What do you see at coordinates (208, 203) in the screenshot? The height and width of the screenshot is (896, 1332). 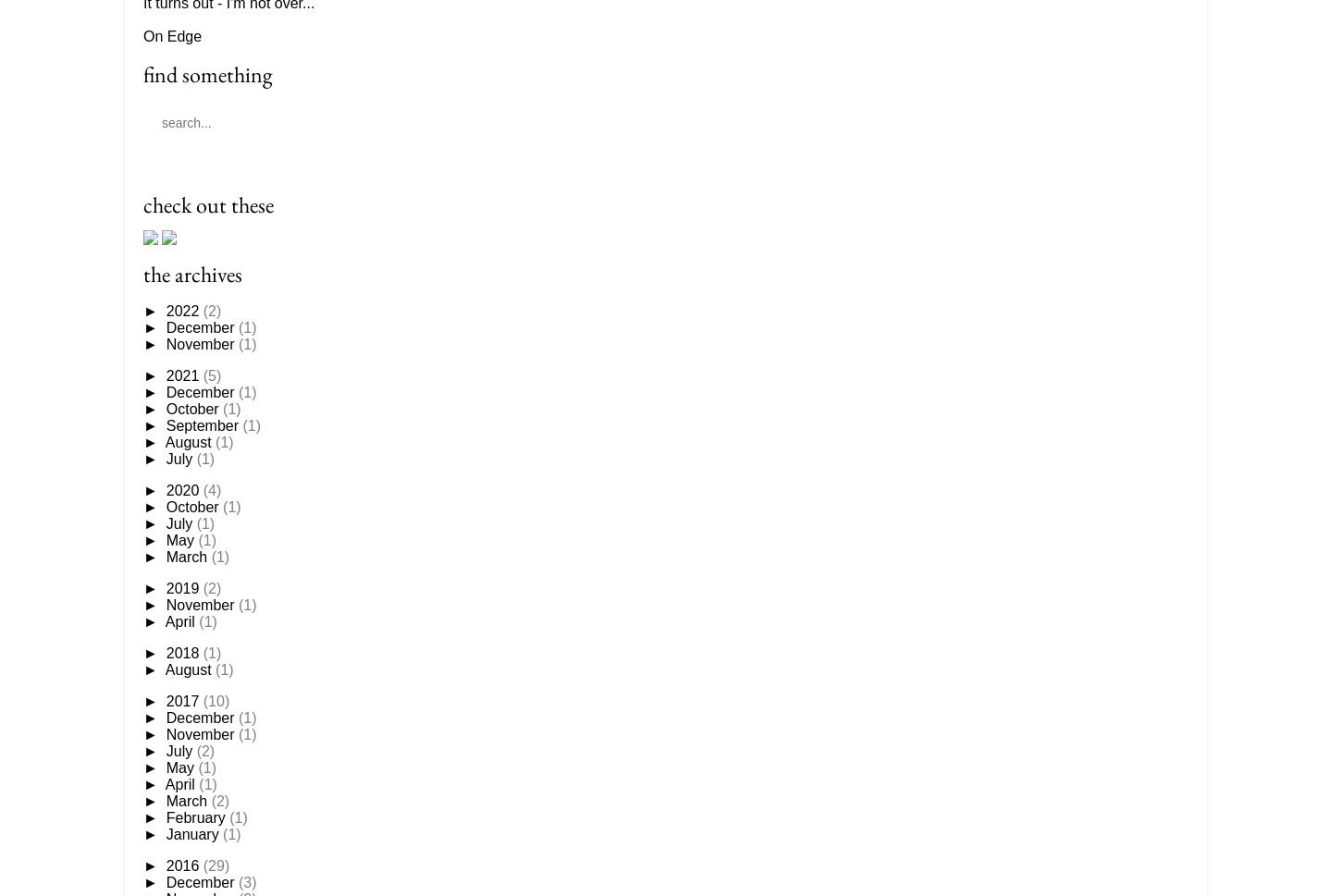 I see `'check out these'` at bounding box center [208, 203].